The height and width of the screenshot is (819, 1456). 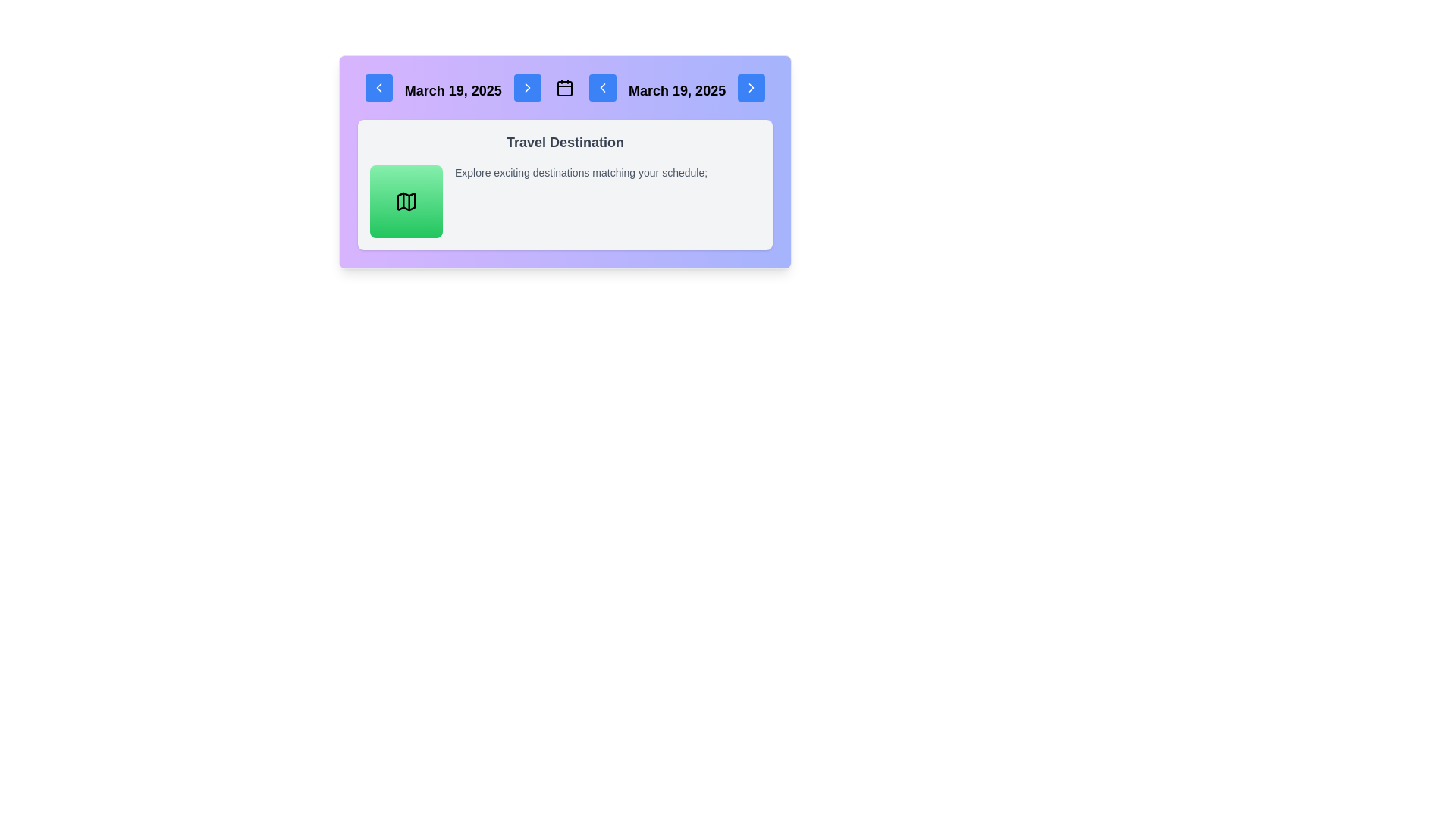 What do you see at coordinates (752, 87) in the screenshot?
I see `the blue button with rounded edges that contains a right-facing chevron icon, located` at bounding box center [752, 87].